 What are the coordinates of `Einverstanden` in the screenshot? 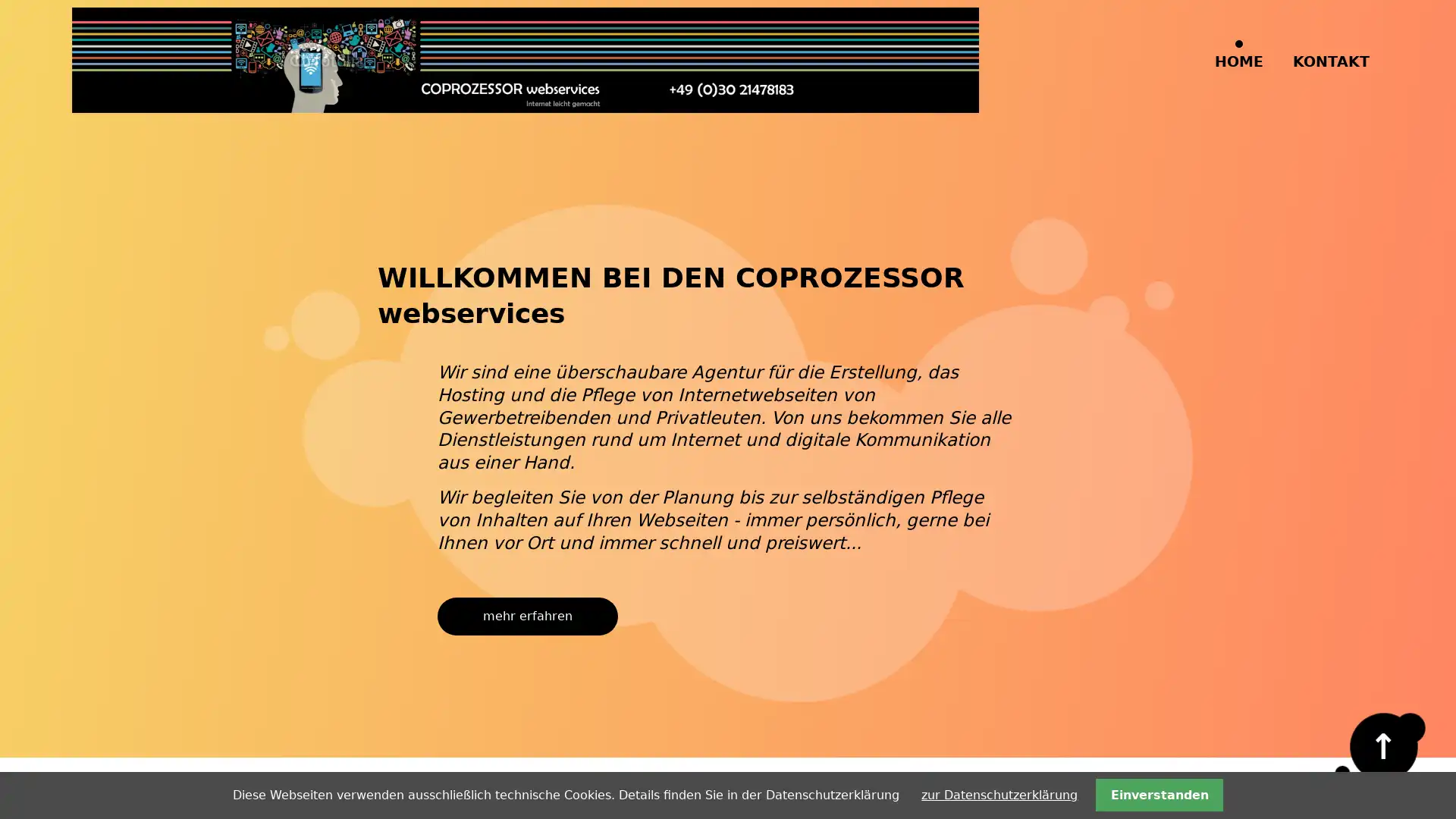 It's located at (1158, 794).